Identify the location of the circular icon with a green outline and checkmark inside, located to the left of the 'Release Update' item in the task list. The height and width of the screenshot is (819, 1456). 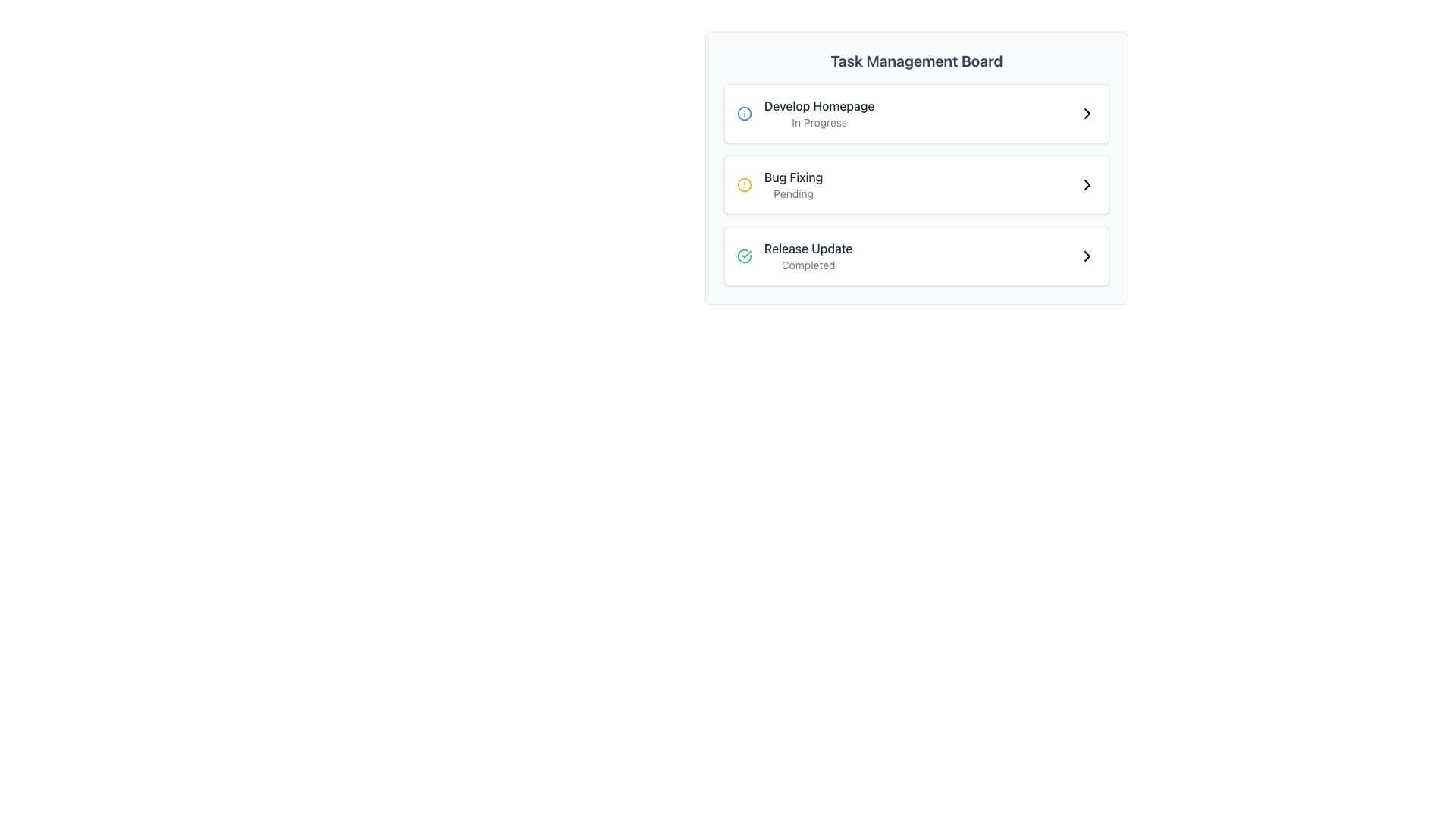
(745, 256).